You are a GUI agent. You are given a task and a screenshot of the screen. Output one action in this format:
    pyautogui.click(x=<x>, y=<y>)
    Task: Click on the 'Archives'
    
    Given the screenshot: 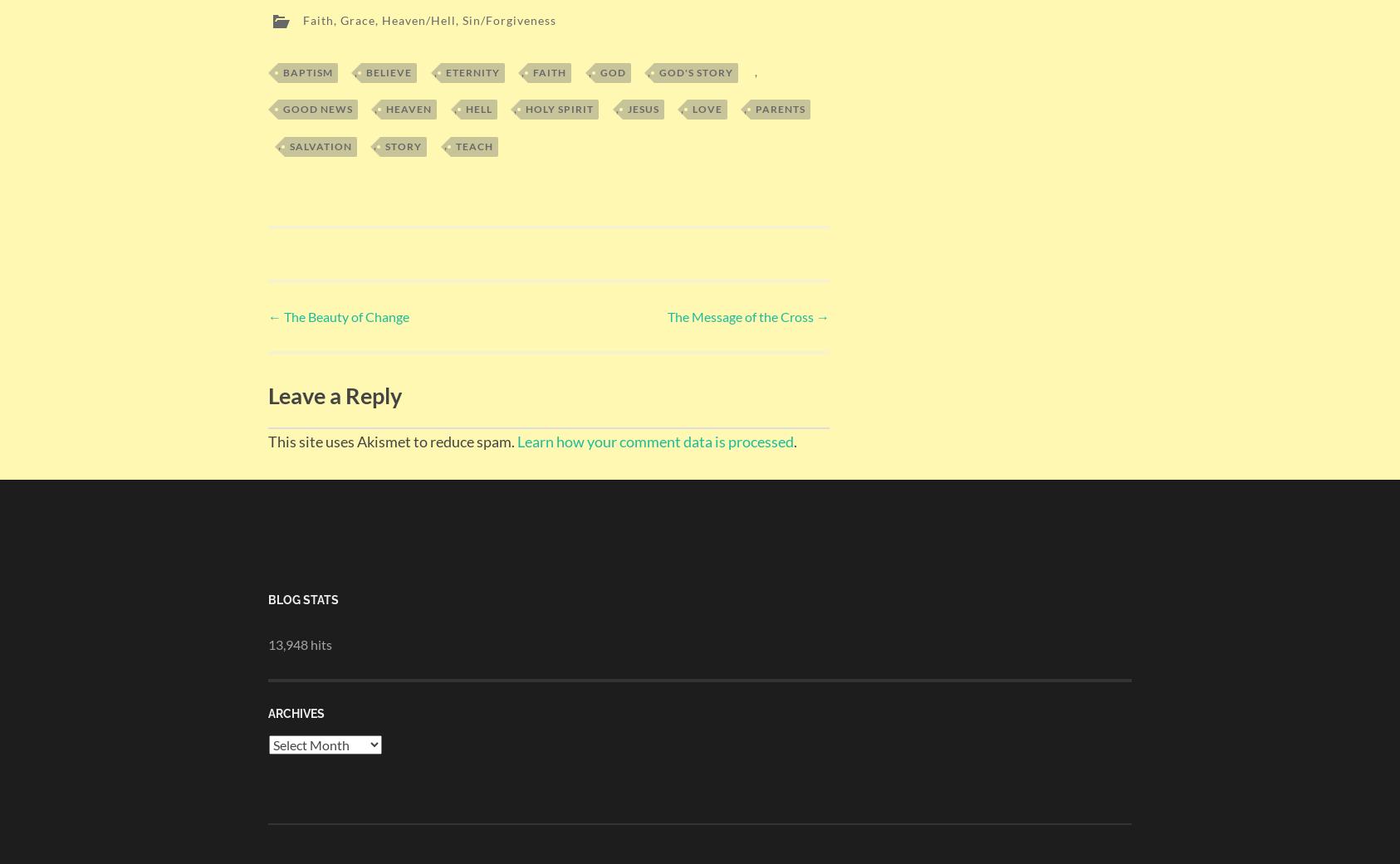 What is the action you would take?
    pyautogui.click(x=295, y=708)
    